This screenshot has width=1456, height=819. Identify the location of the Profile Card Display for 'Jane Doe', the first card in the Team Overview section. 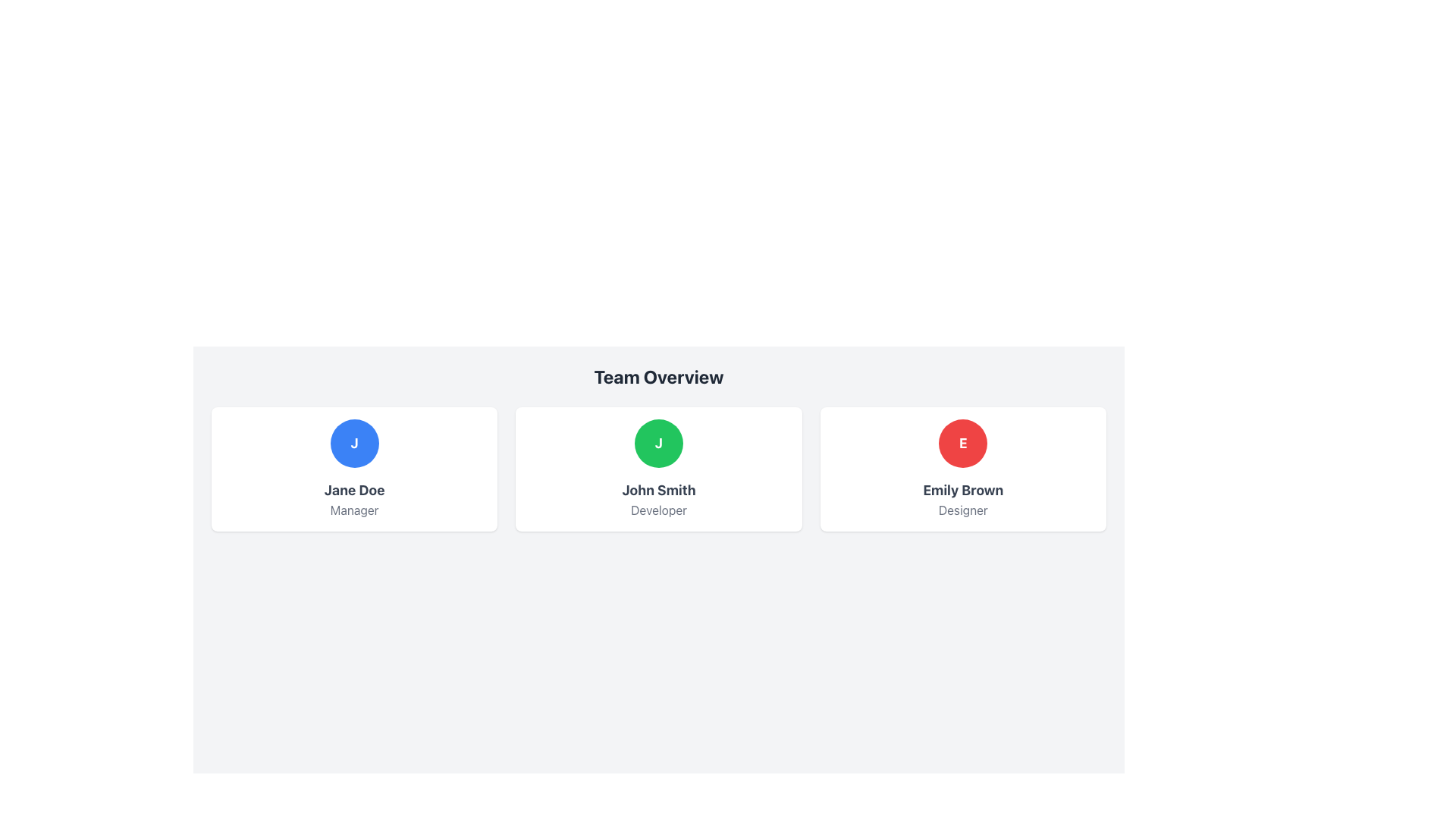
(353, 468).